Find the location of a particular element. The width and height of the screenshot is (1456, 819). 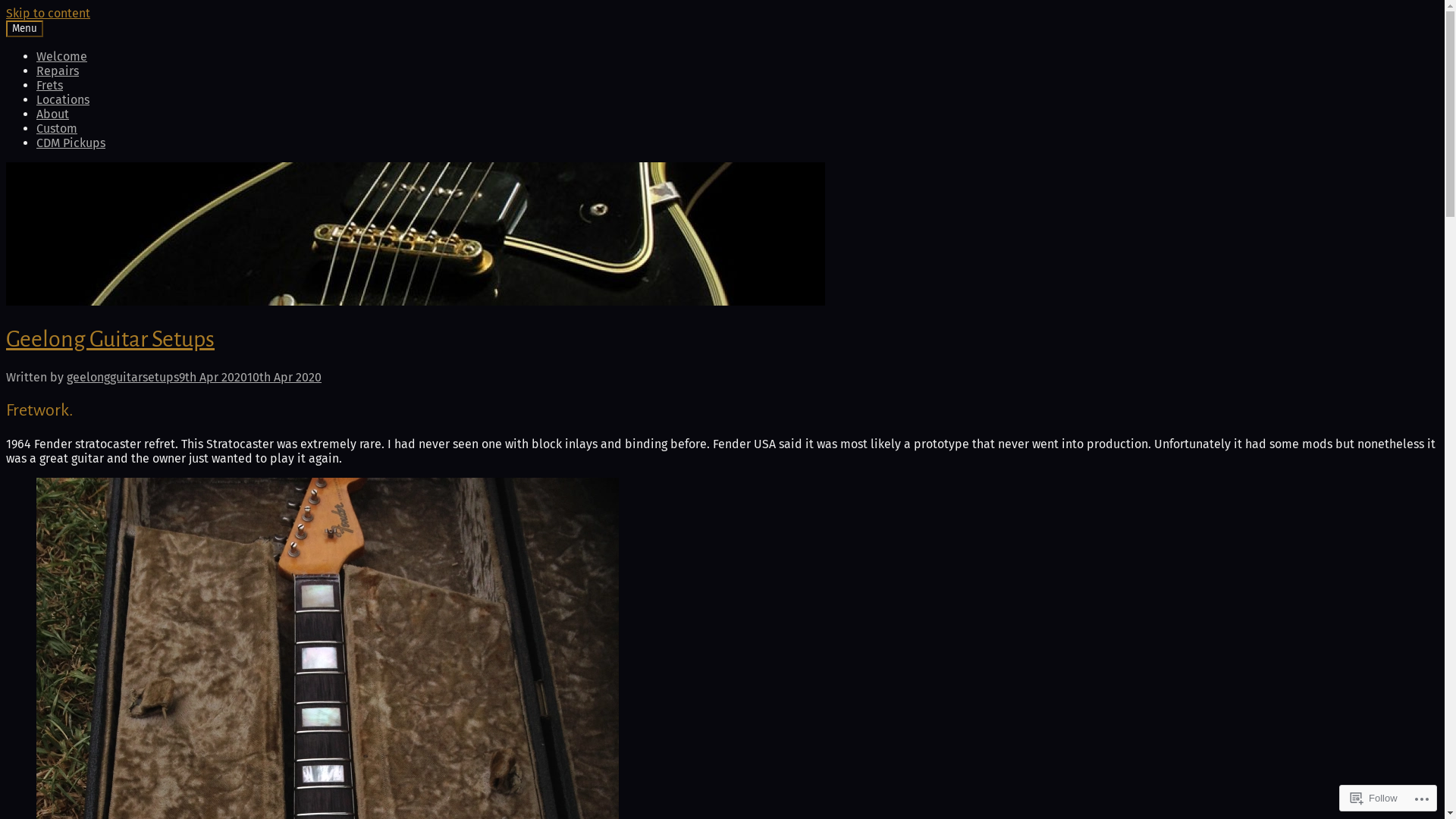

'geelongguitarsetups' is located at coordinates (123, 376).